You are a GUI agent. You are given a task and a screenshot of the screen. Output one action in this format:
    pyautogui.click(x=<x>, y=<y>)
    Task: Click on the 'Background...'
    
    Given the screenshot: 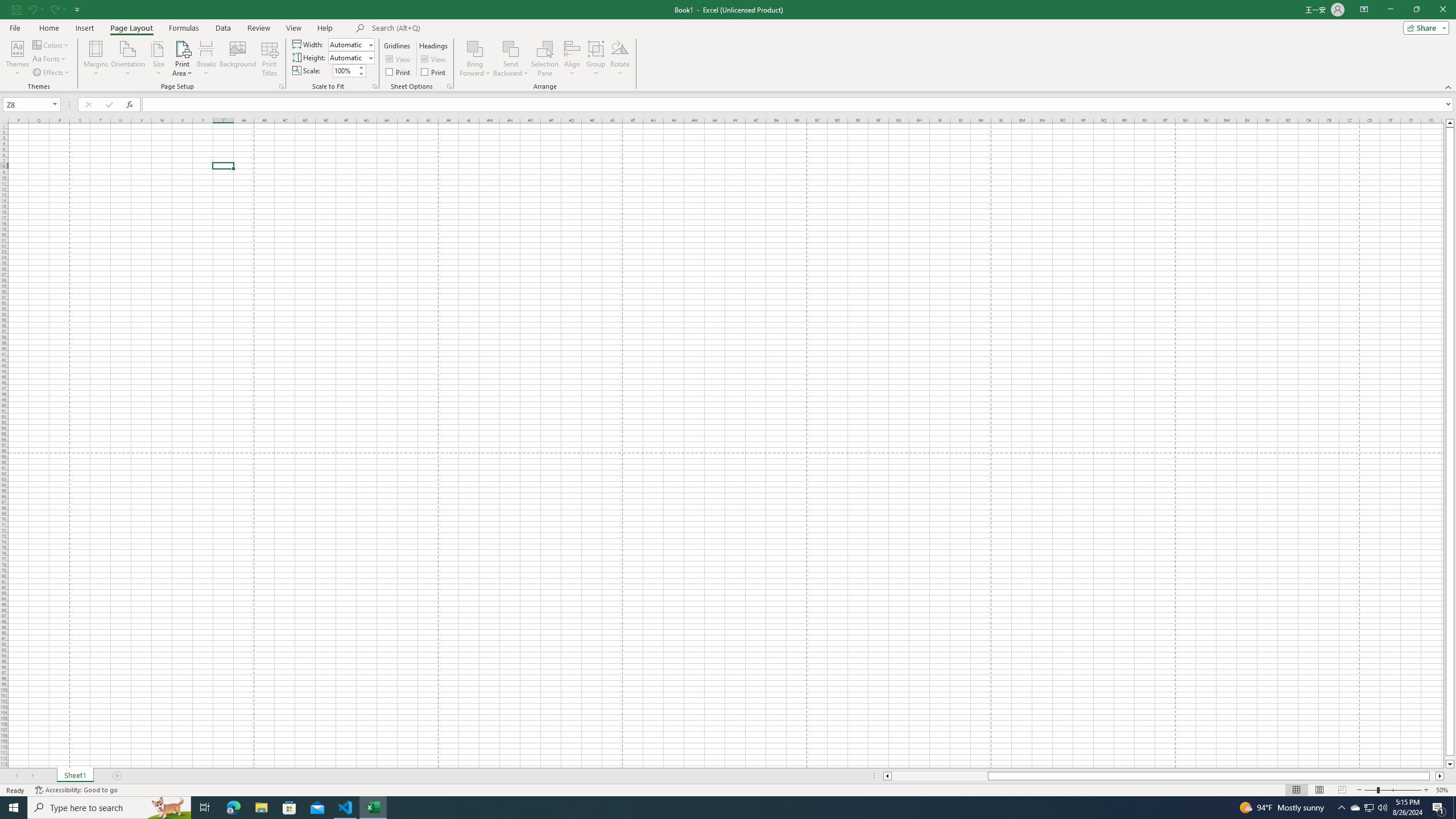 What is the action you would take?
    pyautogui.click(x=237, y=59)
    